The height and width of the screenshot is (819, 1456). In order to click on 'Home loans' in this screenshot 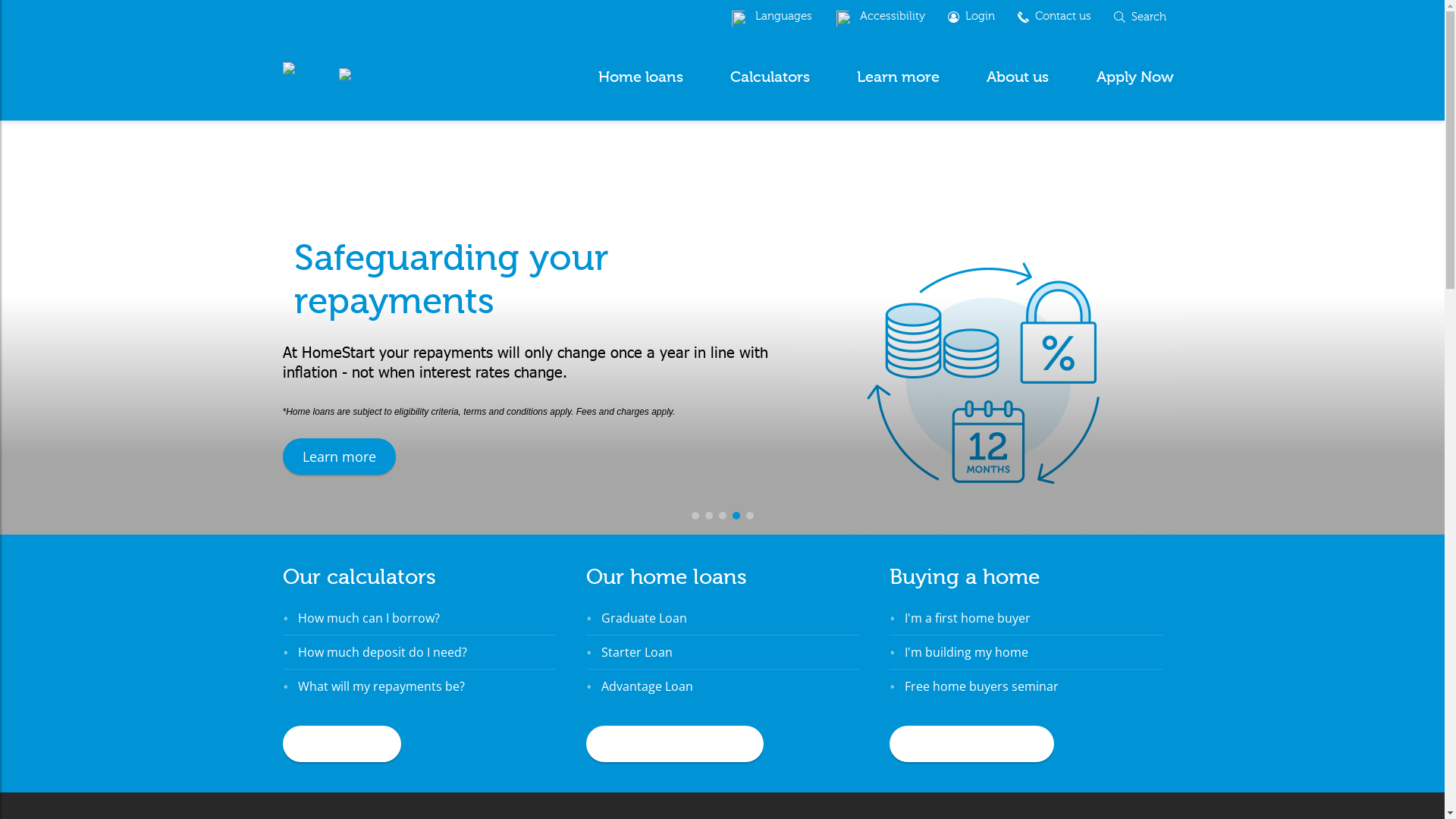, I will do `click(593, 77)`.